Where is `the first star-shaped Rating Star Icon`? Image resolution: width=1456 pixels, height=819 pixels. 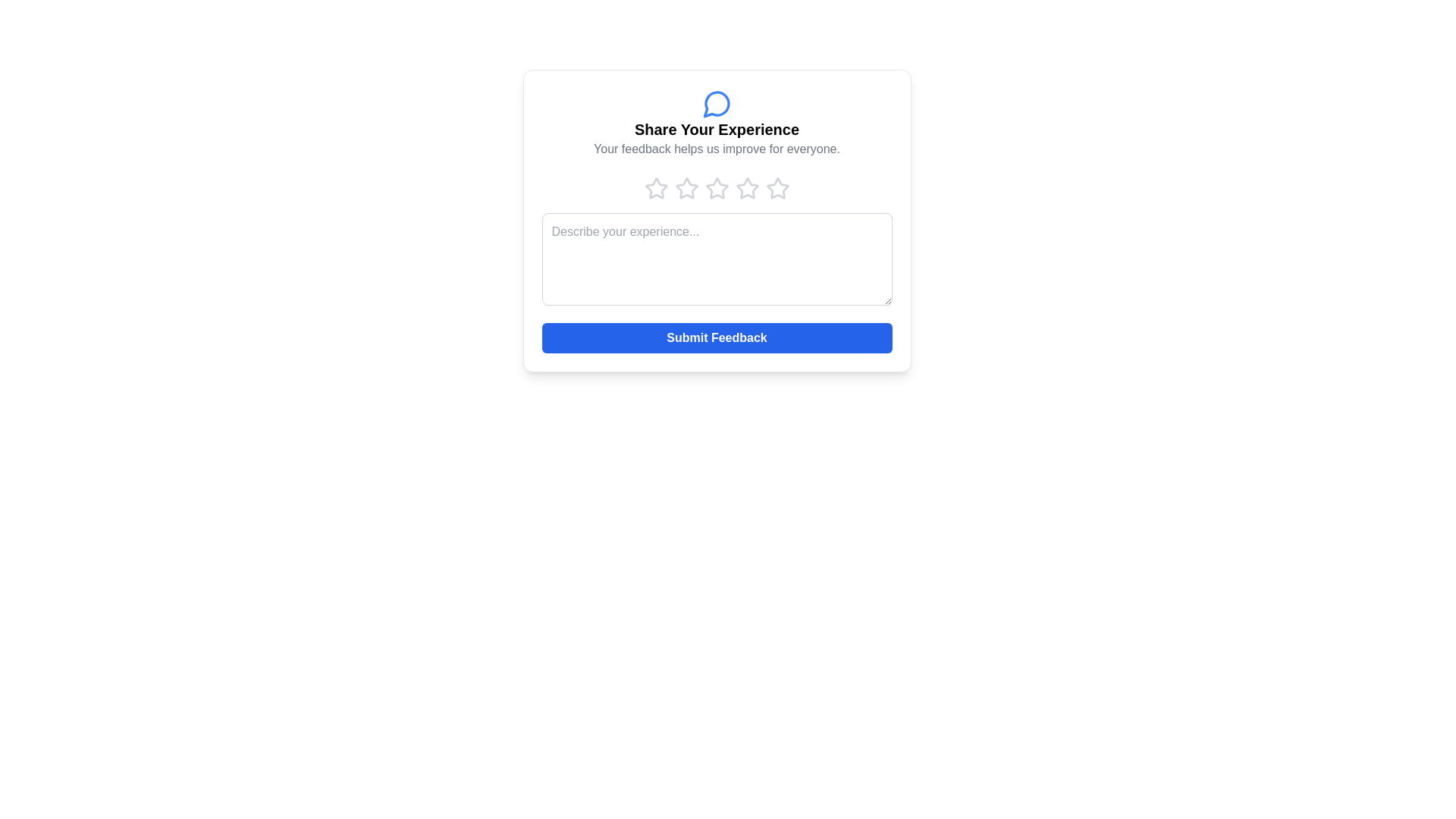
the first star-shaped Rating Star Icon is located at coordinates (656, 187).